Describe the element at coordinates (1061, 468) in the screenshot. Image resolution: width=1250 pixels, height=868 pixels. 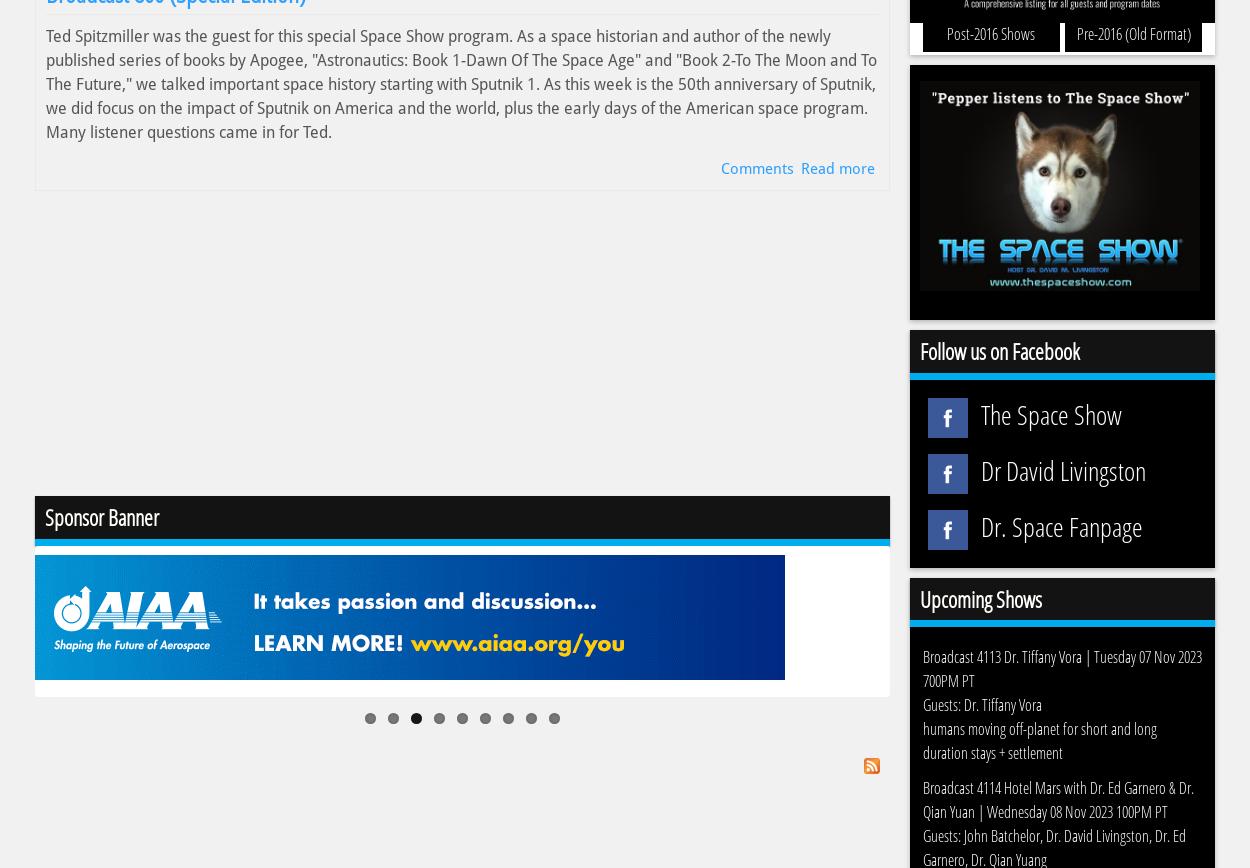
I see `'Dr David Livingston'` at that location.